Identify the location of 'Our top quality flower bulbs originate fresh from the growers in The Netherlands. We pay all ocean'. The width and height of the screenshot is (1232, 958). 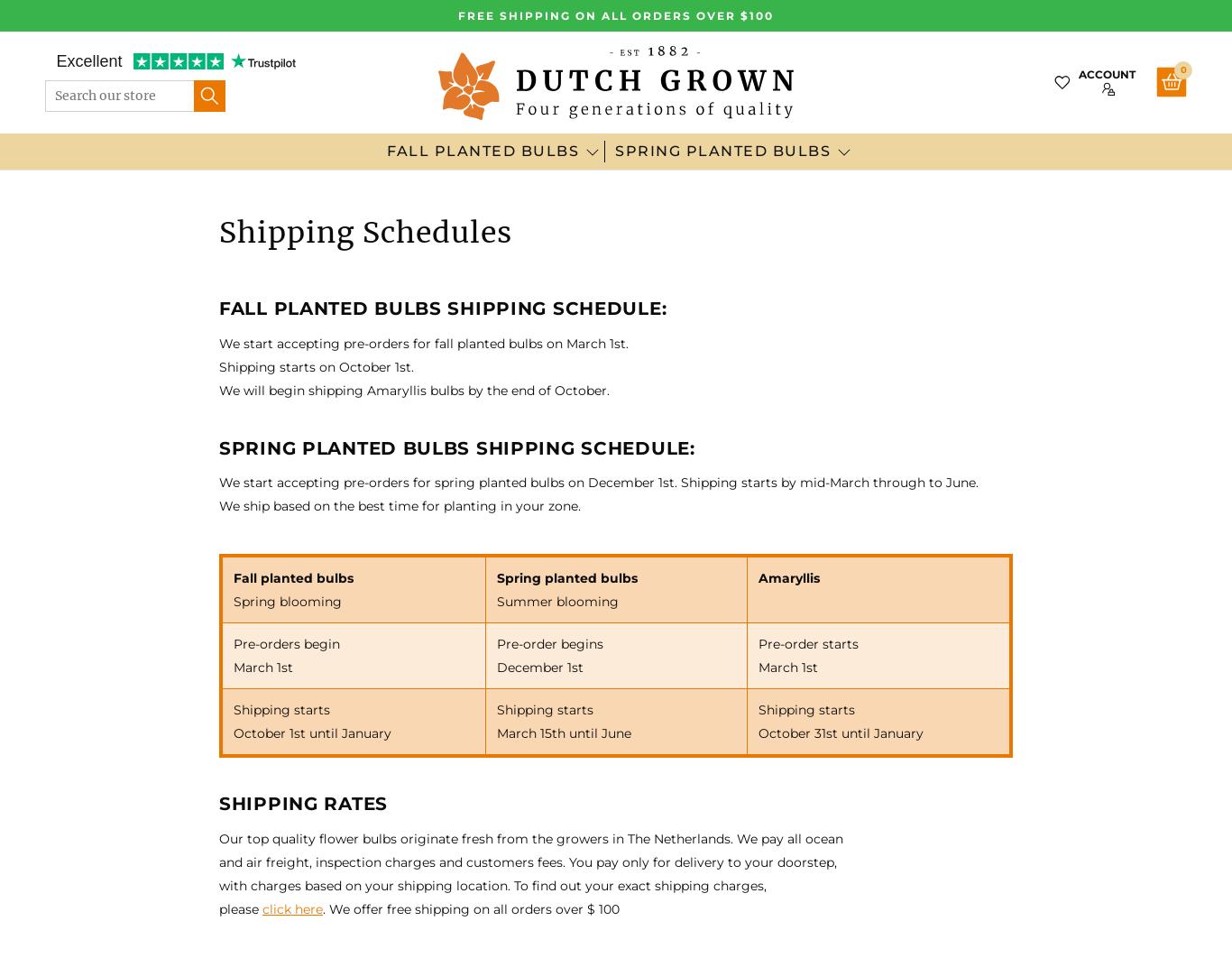
(530, 837).